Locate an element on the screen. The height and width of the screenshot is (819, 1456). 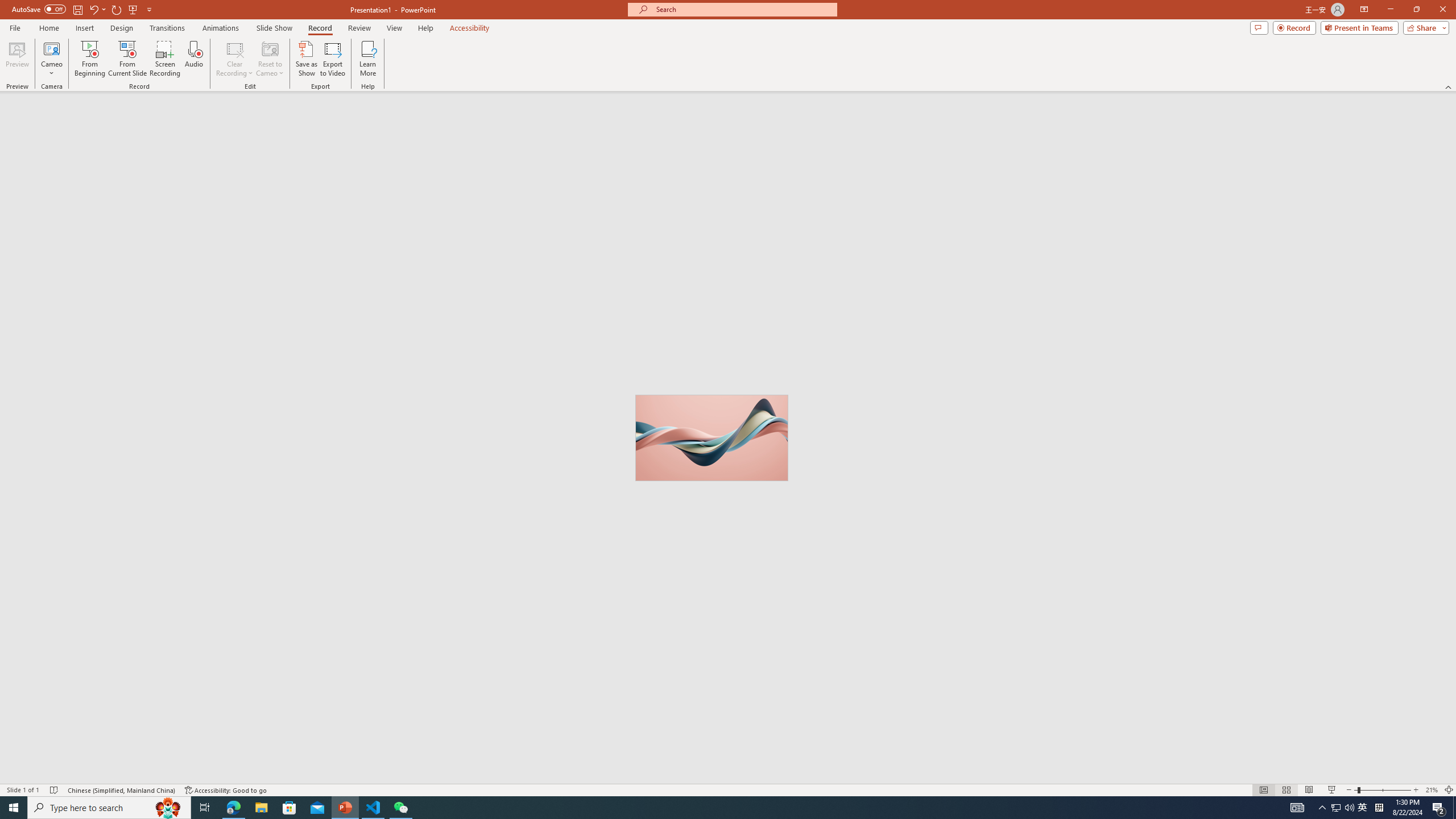
'Wavy 3D art' is located at coordinates (712, 437).